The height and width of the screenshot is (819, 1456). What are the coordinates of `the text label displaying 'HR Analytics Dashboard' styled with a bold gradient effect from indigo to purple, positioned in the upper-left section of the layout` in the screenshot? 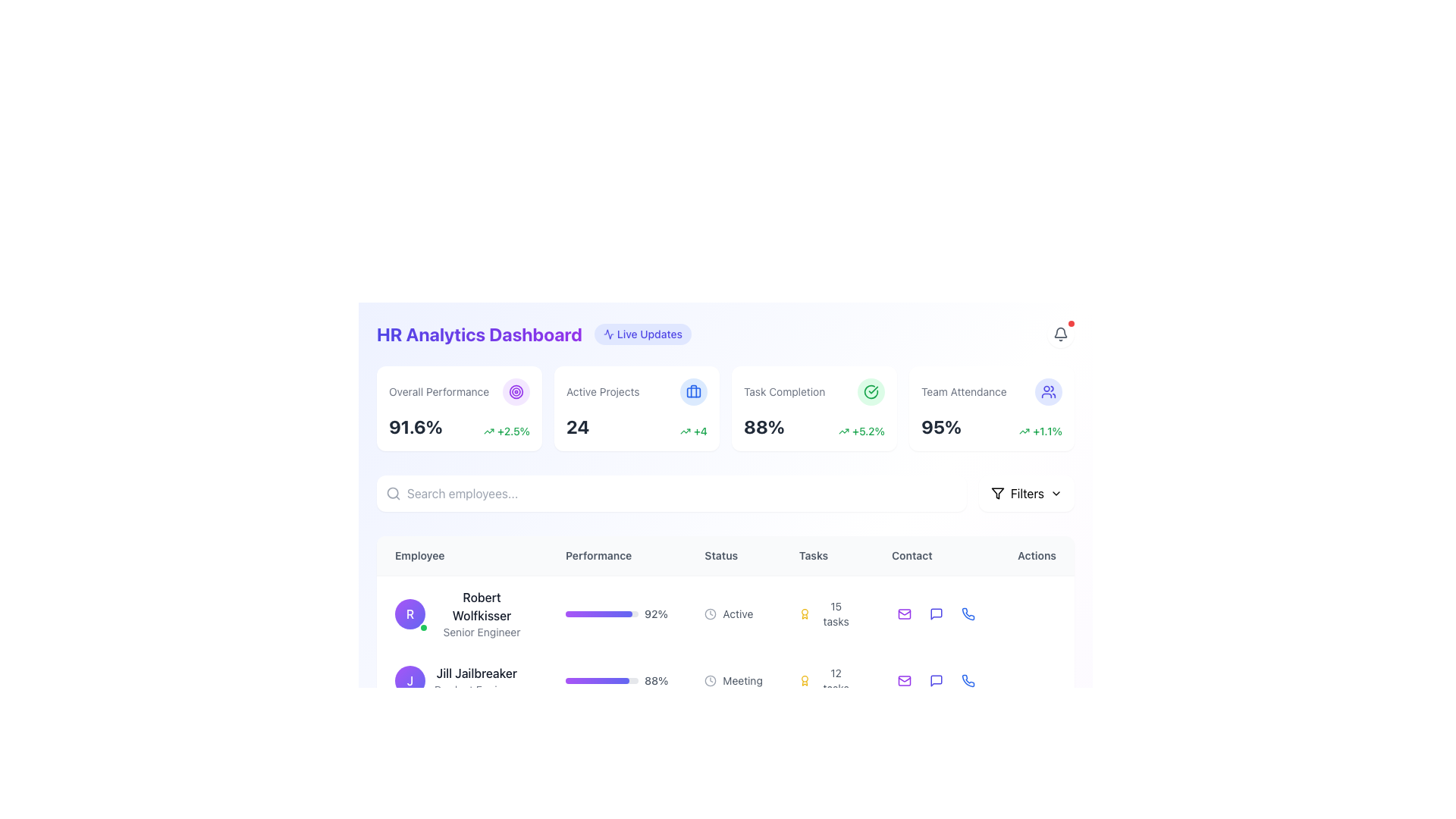 It's located at (479, 333).